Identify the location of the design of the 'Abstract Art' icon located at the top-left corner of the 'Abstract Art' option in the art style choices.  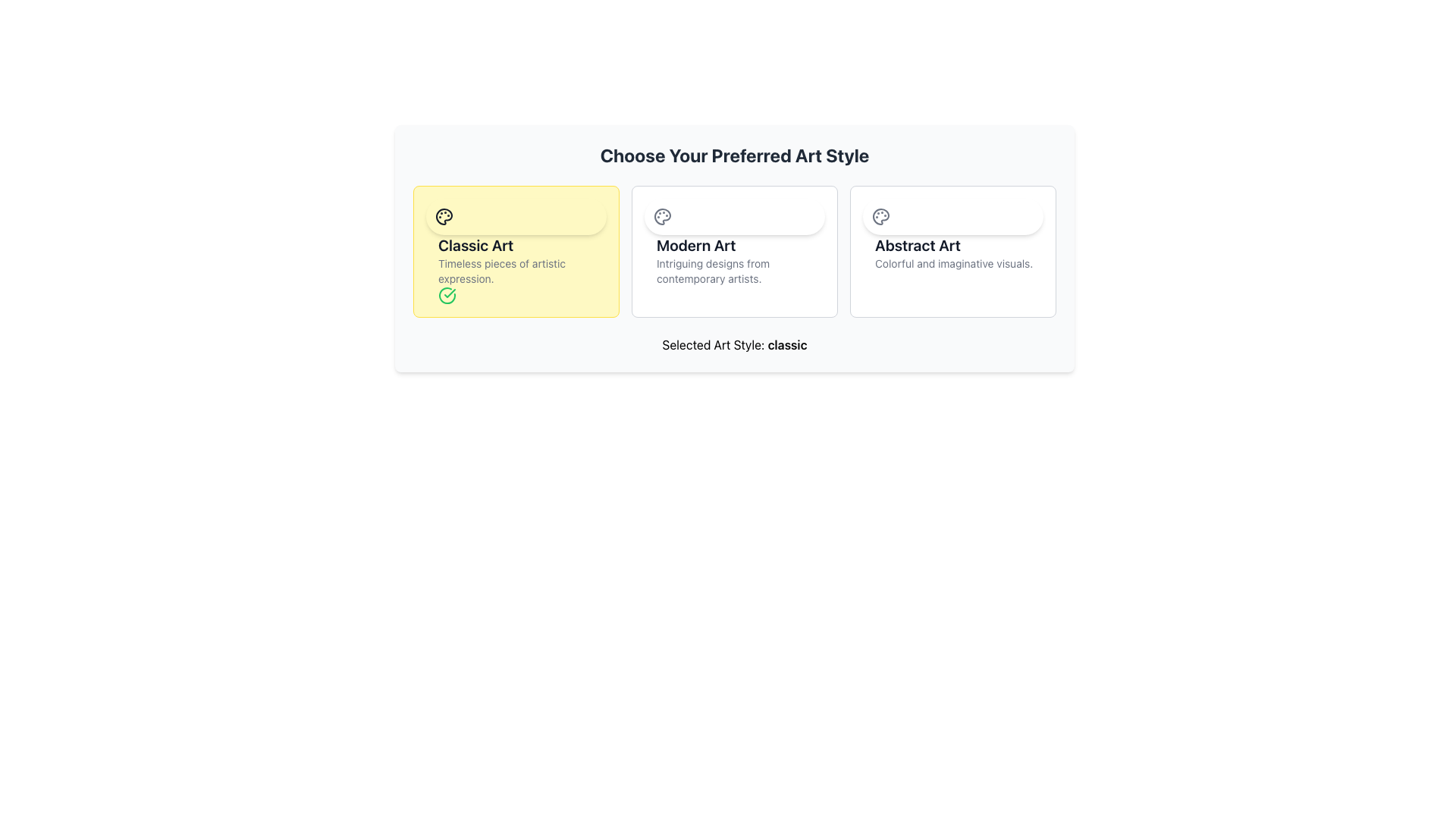
(880, 216).